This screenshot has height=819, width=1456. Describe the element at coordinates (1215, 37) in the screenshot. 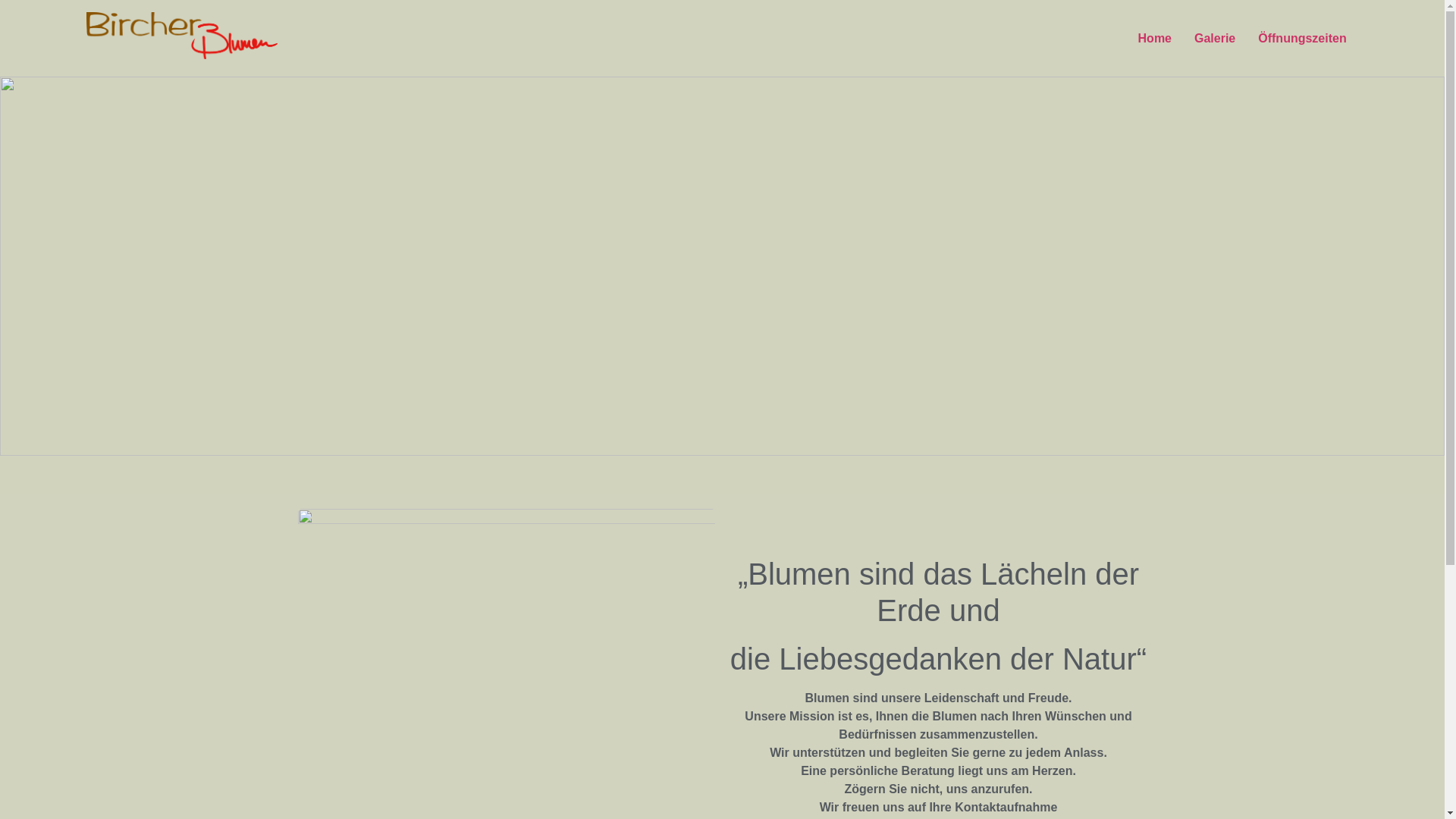

I see `'Galerie'` at that location.